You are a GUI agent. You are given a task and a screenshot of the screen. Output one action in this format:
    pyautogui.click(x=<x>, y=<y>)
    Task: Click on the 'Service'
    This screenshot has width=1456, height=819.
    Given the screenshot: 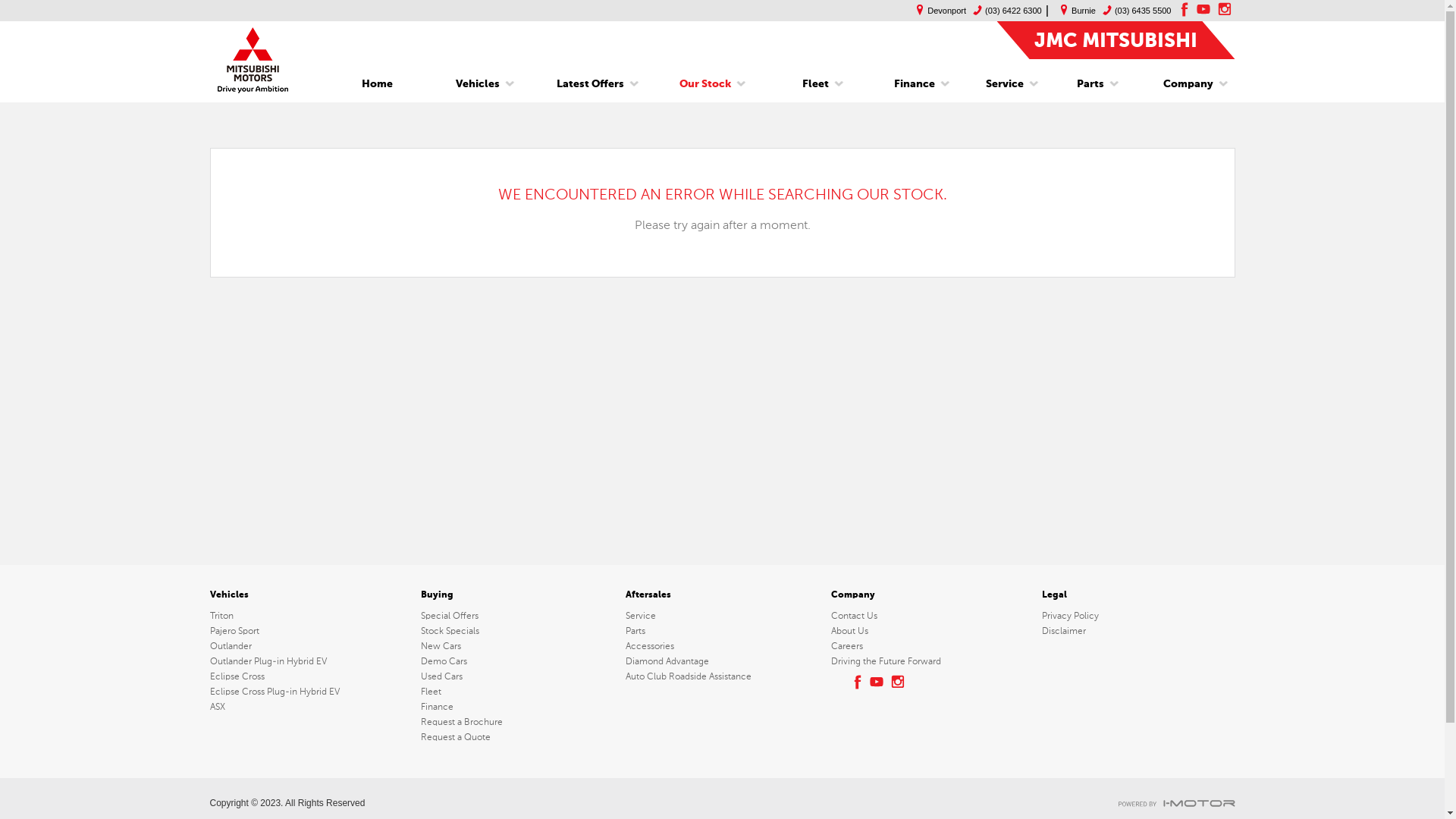 What is the action you would take?
    pyautogui.click(x=626, y=616)
    